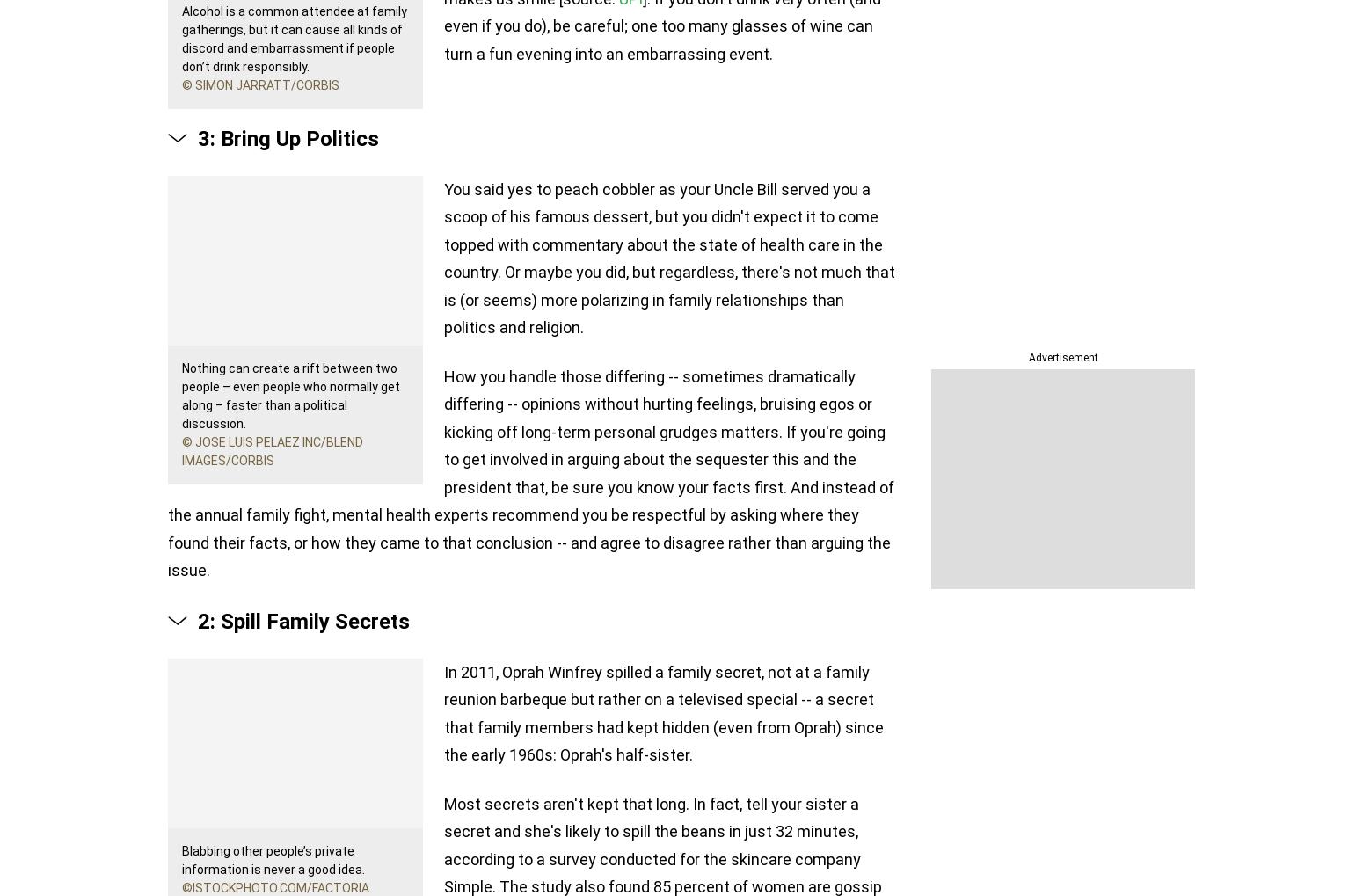  What do you see at coordinates (669, 257) in the screenshot?
I see `'You said yes to peach cobbler as your Uncle Bill served you a scoop of his famous dessert, but you didn't expect it to come topped with commentary about the state of health care in the country. Or maybe you did, but regardless, there's not much that is (or seems) more polarizing in family relationships than politics and religion.'` at bounding box center [669, 257].